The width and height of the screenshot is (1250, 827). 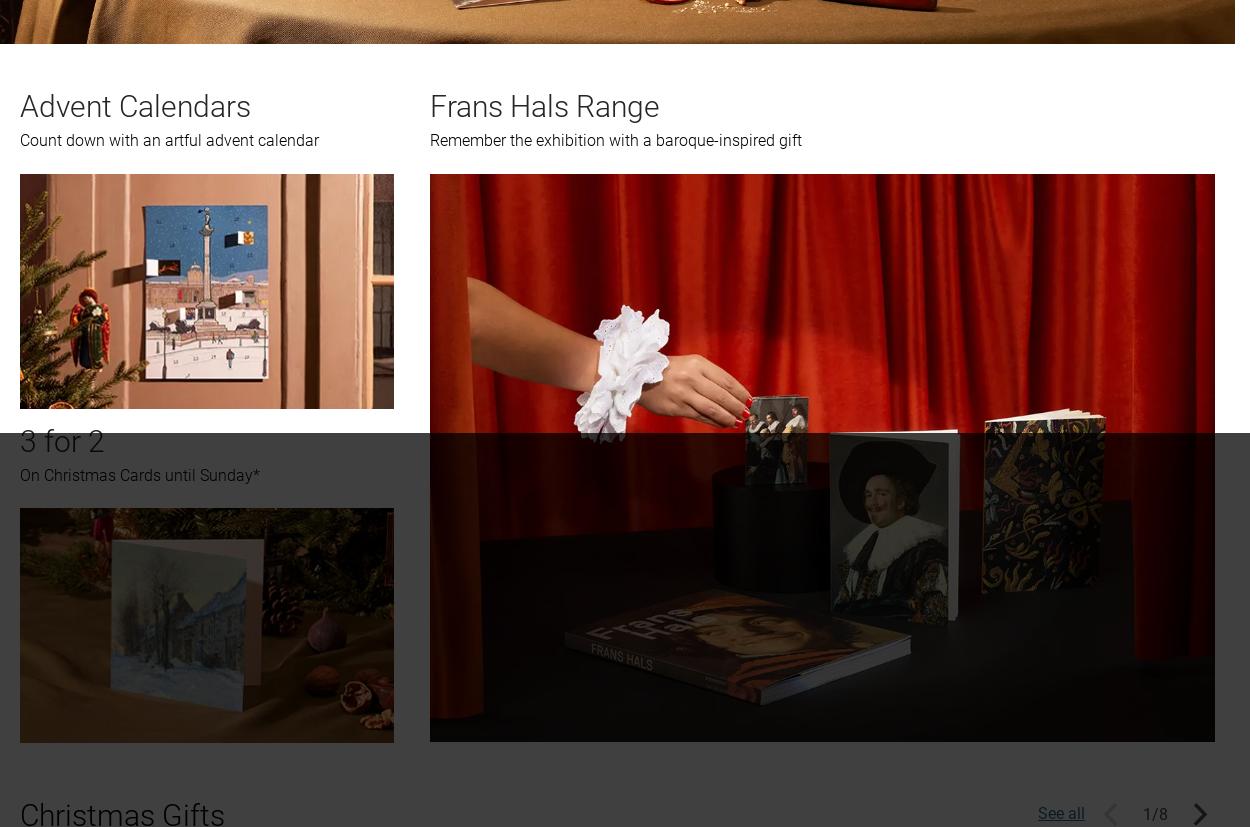 I want to click on 'A custom print for Christmas?', so click(x=138, y=252).